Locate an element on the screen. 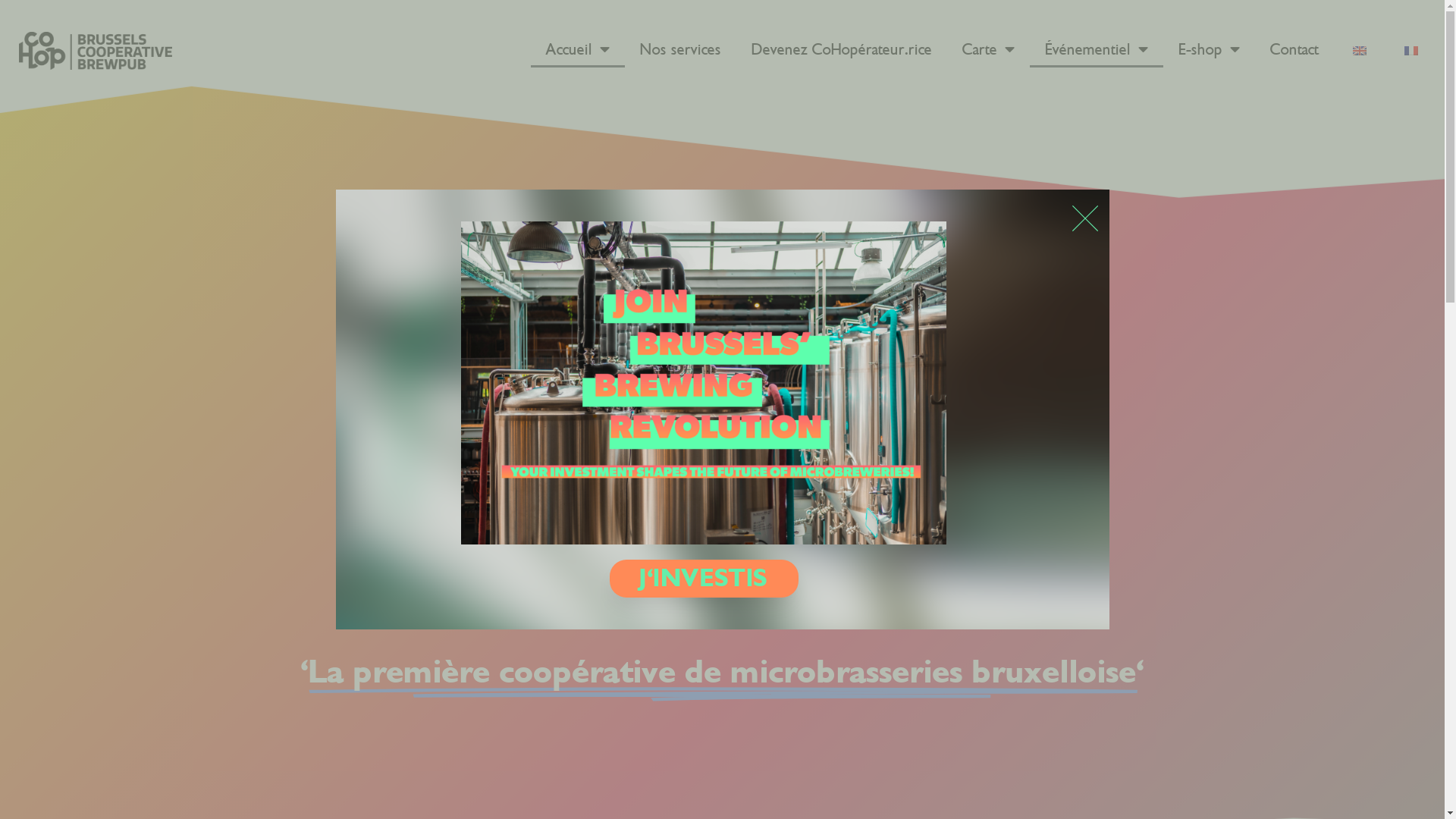  'CoHop Pied de page BLACK' is located at coordinates (94, 49).